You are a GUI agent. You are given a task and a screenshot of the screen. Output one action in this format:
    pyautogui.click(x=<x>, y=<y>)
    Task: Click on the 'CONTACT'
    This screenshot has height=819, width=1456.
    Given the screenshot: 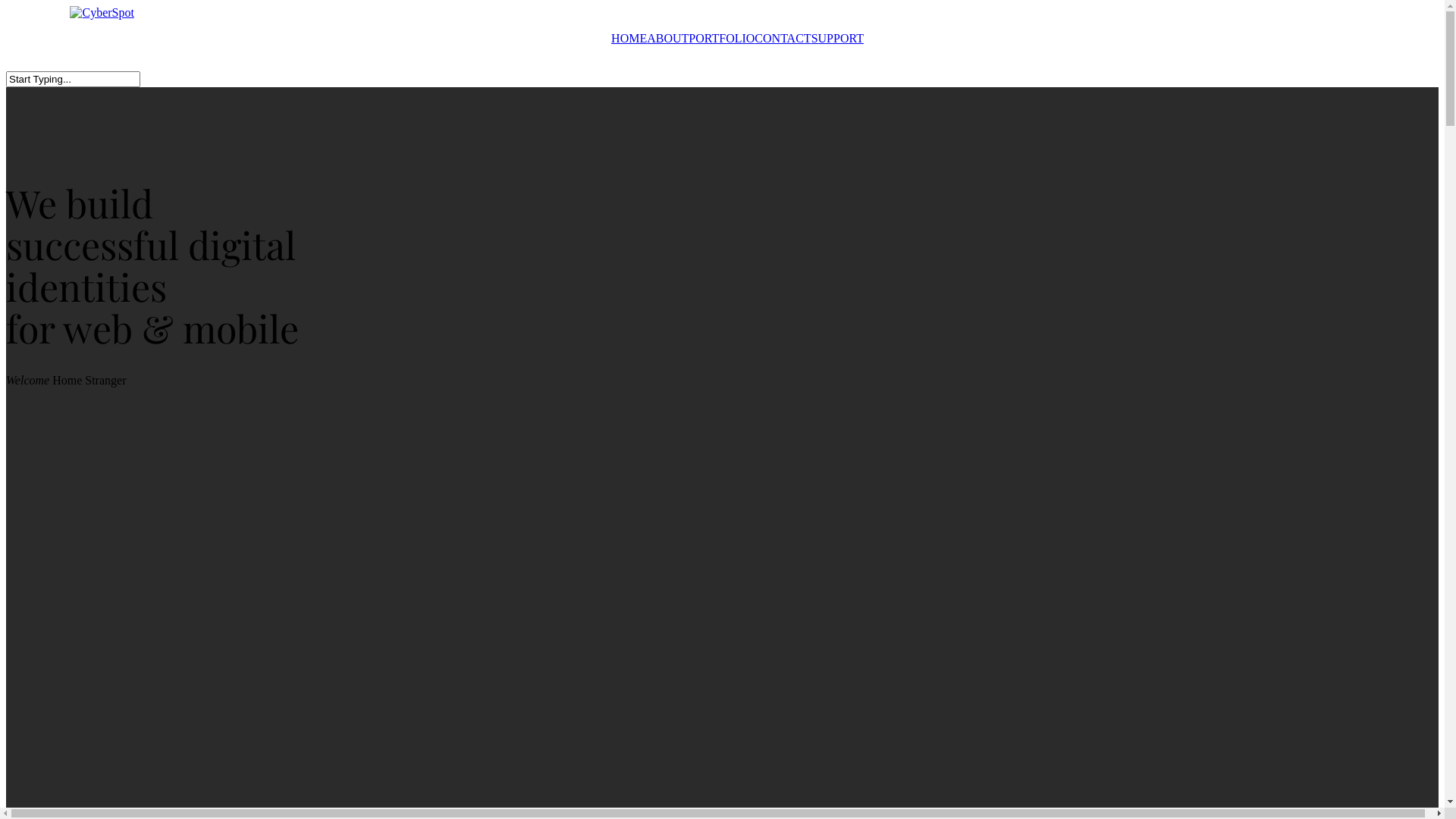 What is the action you would take?
    pyautogui.click(x=783, y=37)
    